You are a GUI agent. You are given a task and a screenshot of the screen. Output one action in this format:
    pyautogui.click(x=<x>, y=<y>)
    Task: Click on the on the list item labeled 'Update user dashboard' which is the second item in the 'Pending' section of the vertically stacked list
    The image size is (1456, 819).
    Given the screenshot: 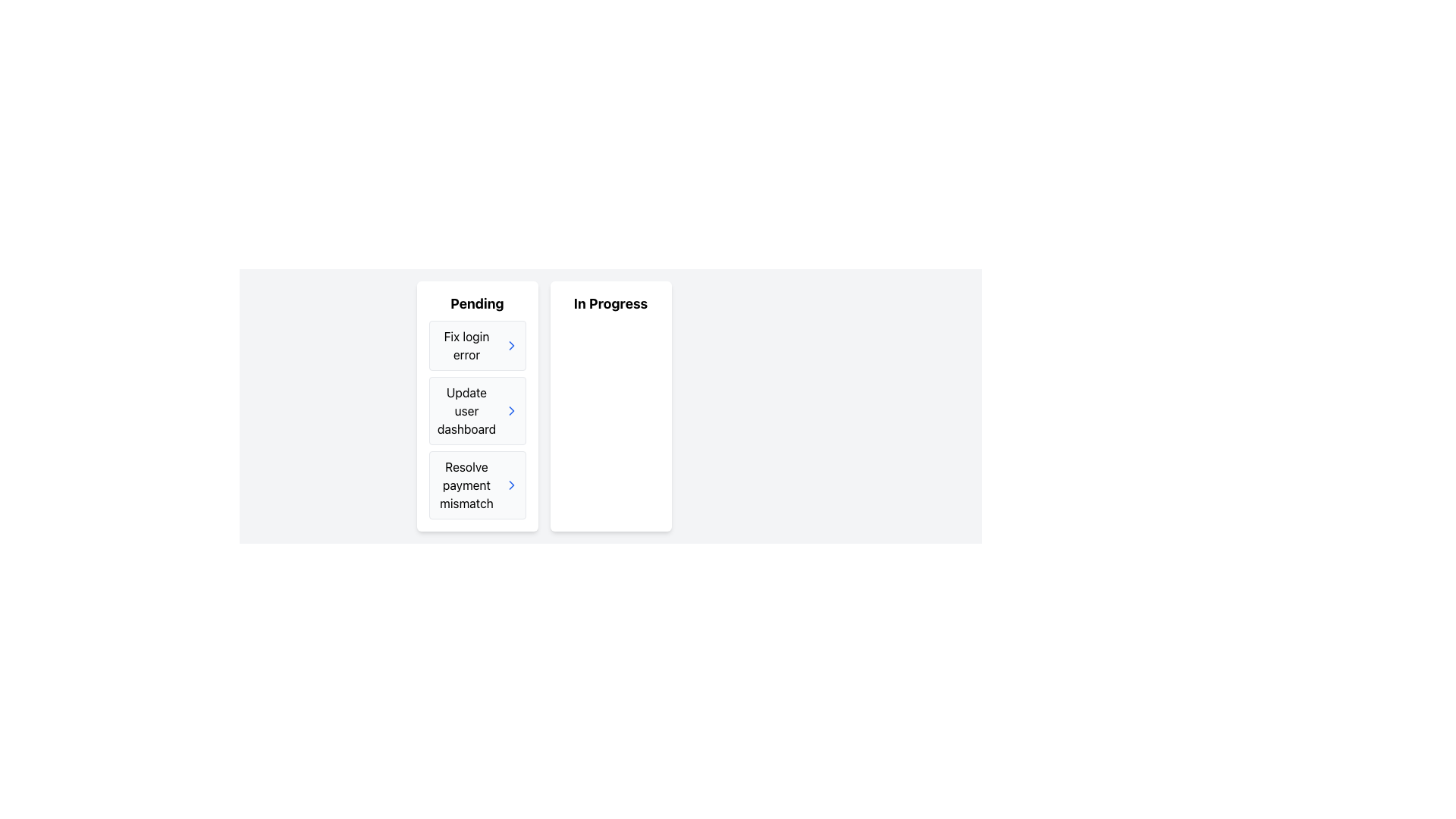 What is the action you would take?
    pyautogui.click(x=476, y=420)
    